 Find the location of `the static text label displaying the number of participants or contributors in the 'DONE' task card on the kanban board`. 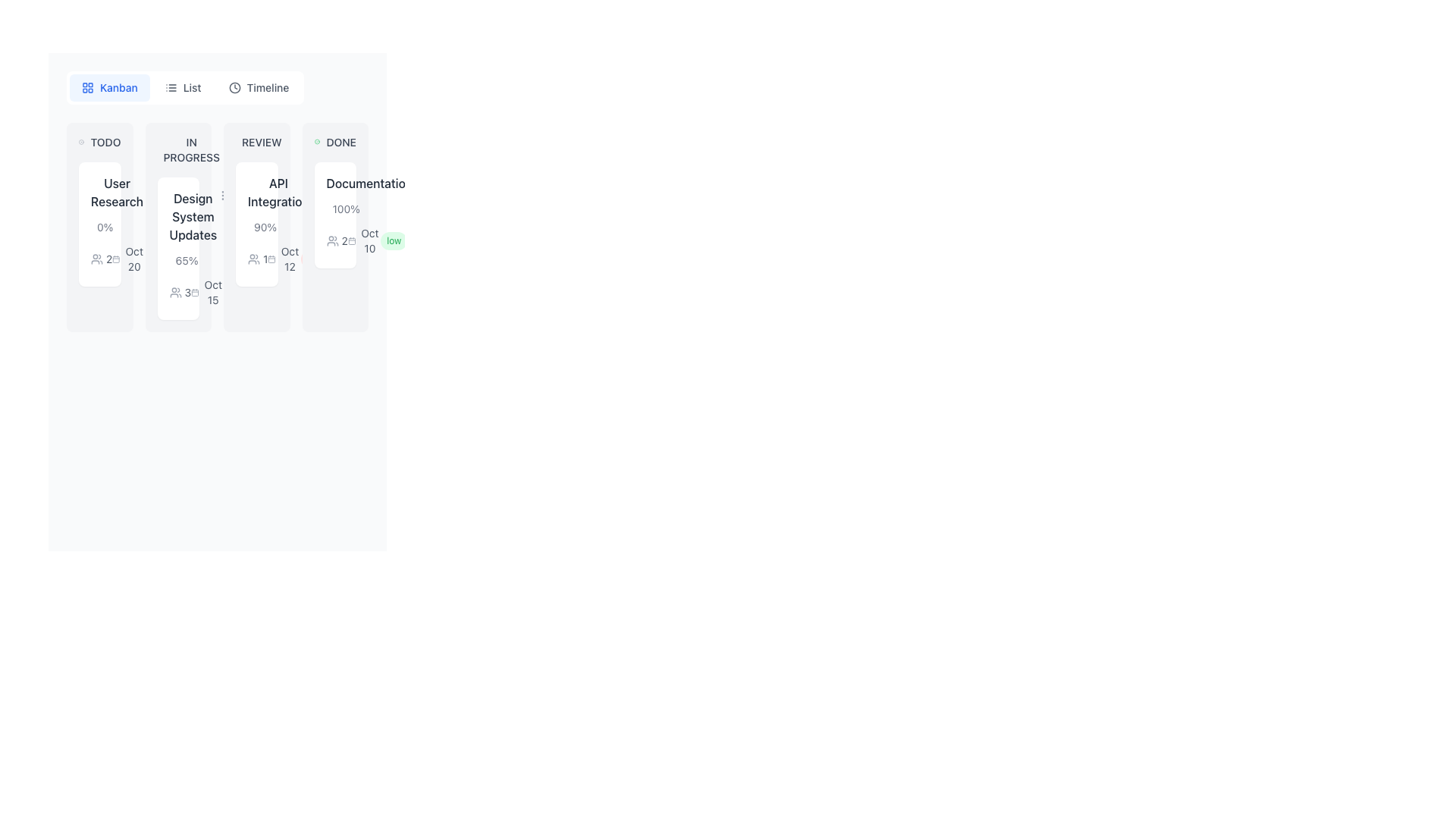

the static text label displaying the number of participants or contributors in the 'DONE' task card on the kanban board is located at coordinates (344, 240).